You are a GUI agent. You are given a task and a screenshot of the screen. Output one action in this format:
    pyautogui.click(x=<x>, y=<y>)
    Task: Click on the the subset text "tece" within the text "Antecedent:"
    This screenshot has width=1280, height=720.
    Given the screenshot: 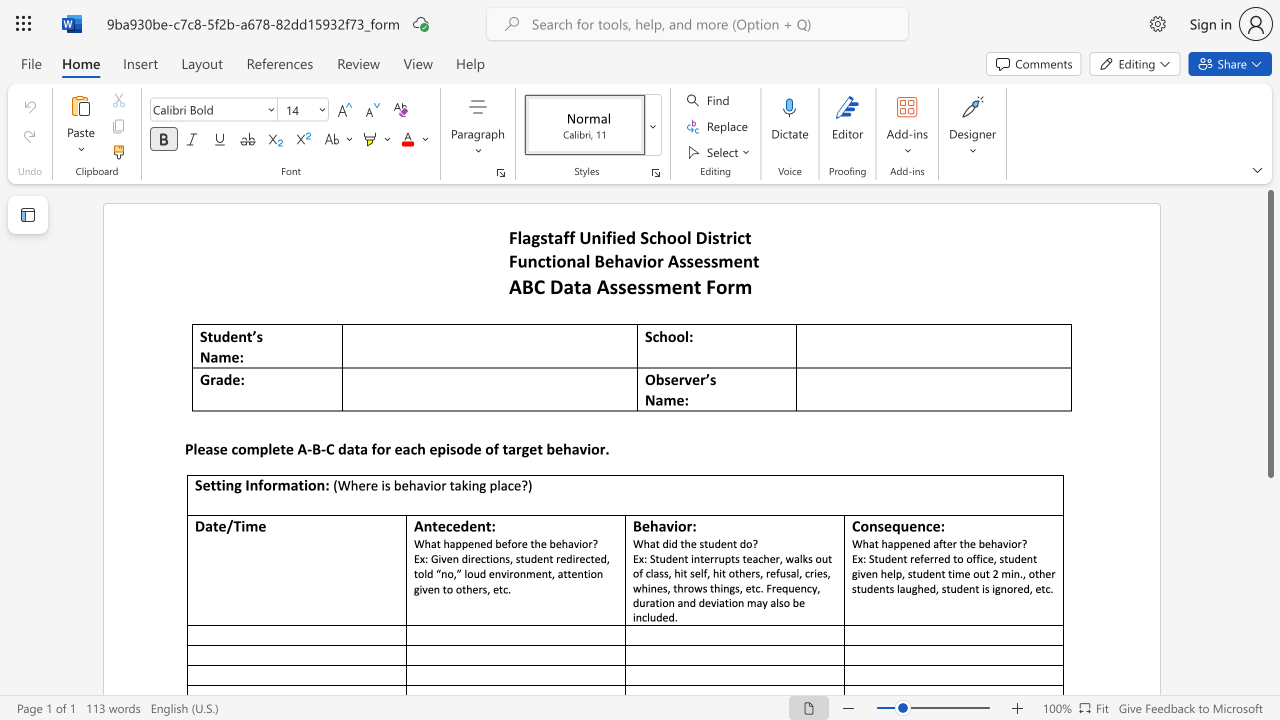 What is the action you would take?
    pyautogui.click(x=431, y=525)
    